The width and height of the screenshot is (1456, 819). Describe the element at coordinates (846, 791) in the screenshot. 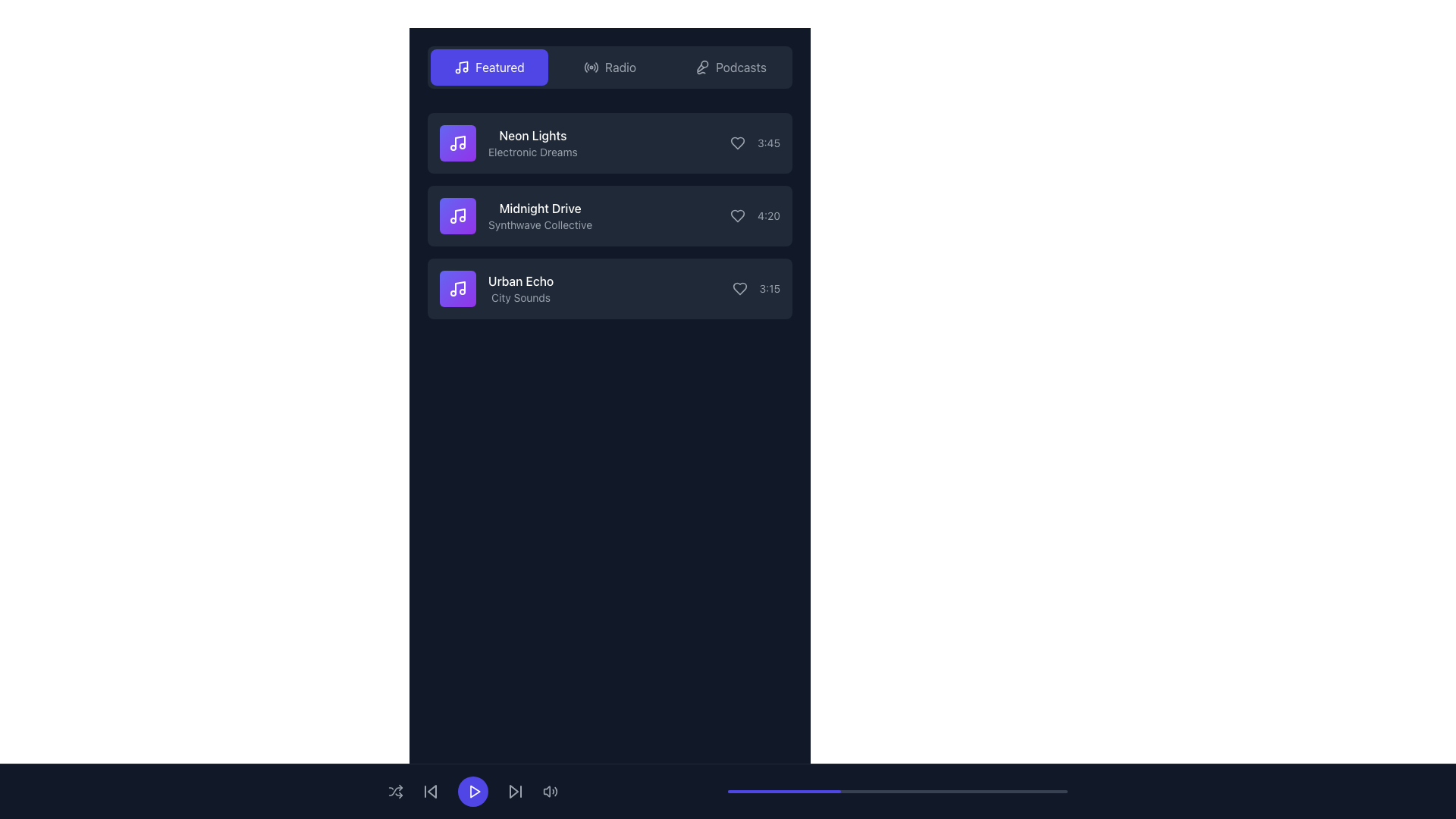

I see `progress` at that location.